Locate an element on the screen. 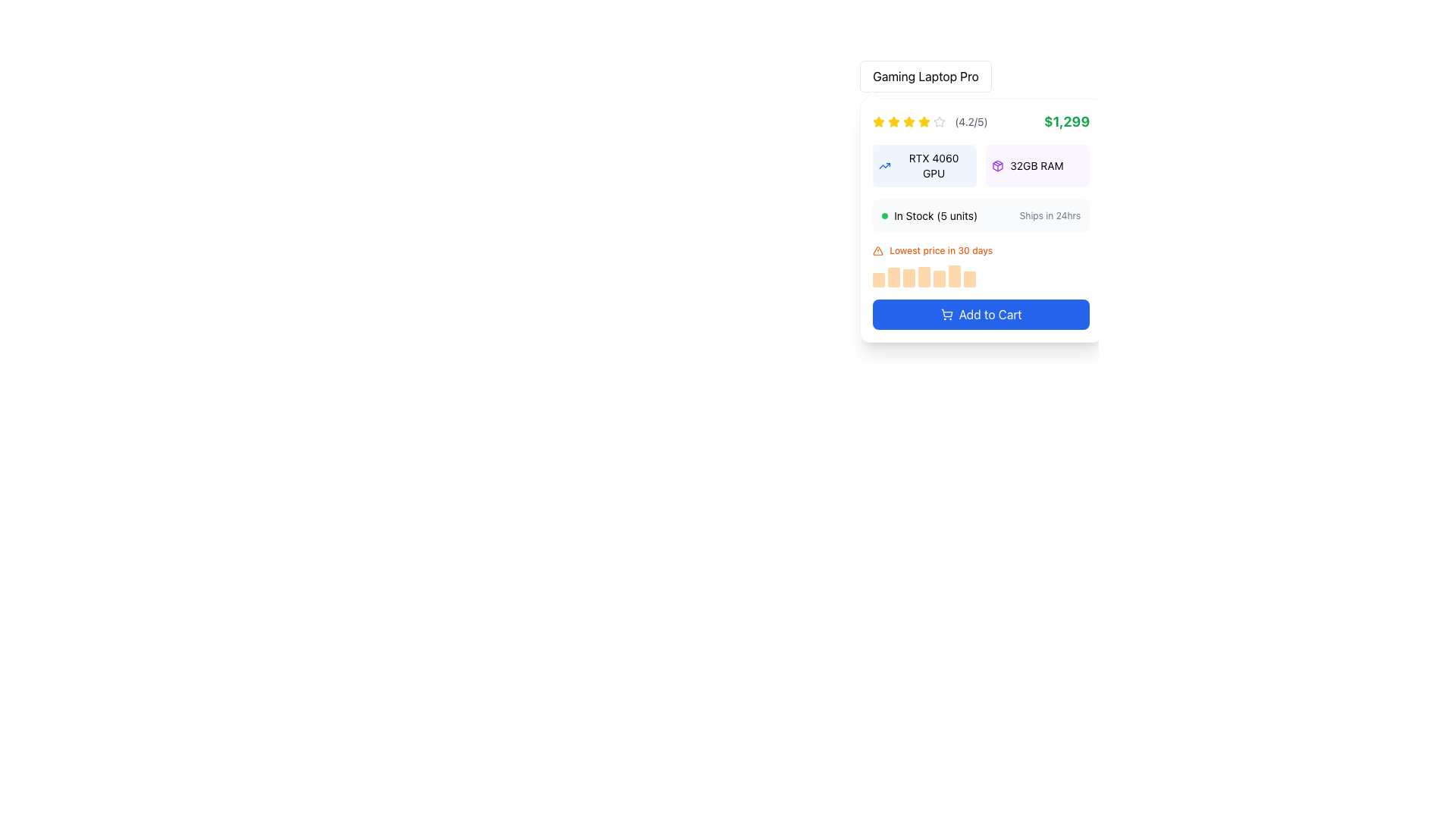  the second bar in a horizontally aligned group of seven orange bars in the bar chart, which is located below the label 'Lowest price in 30 days' and above the button labeled 'Add to Cart' is located at coordinates (894, 278).